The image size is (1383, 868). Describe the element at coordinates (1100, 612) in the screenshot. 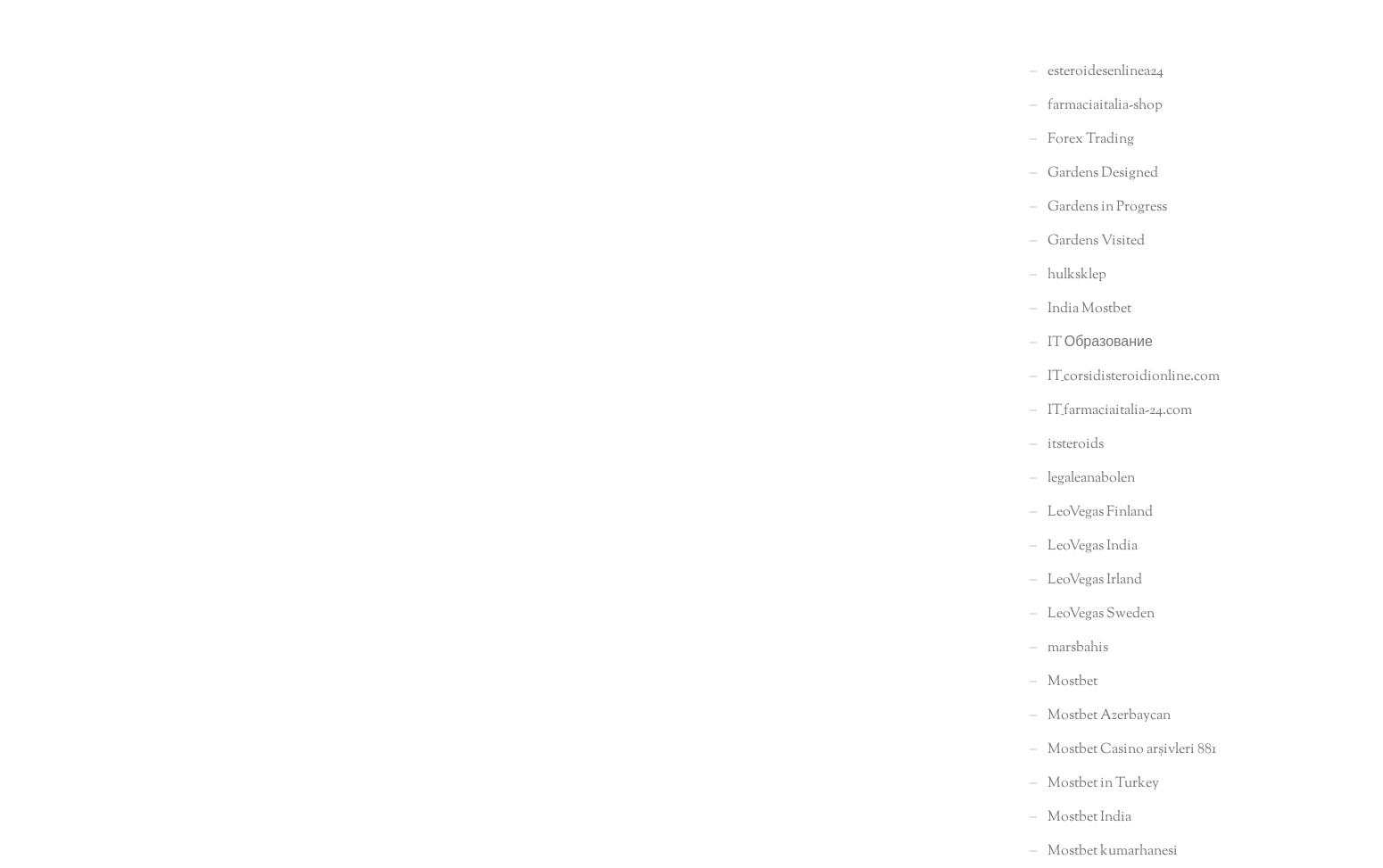

I see `'LeoVegas Sweden'` at that location.